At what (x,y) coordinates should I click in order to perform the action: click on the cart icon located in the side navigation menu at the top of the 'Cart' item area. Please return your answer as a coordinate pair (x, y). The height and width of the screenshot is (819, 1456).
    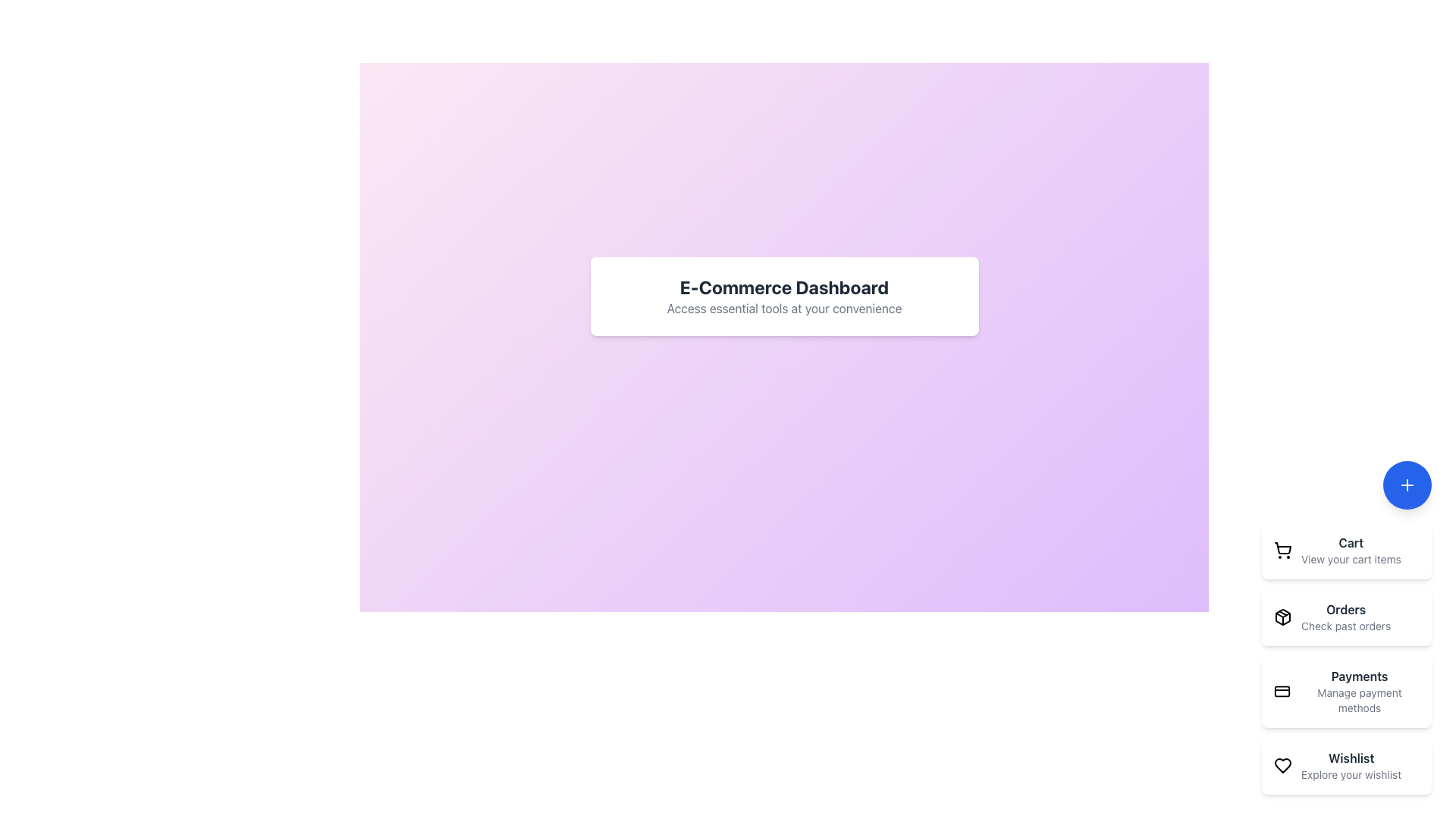
    Looking at the image, I should click on (1282, 548).